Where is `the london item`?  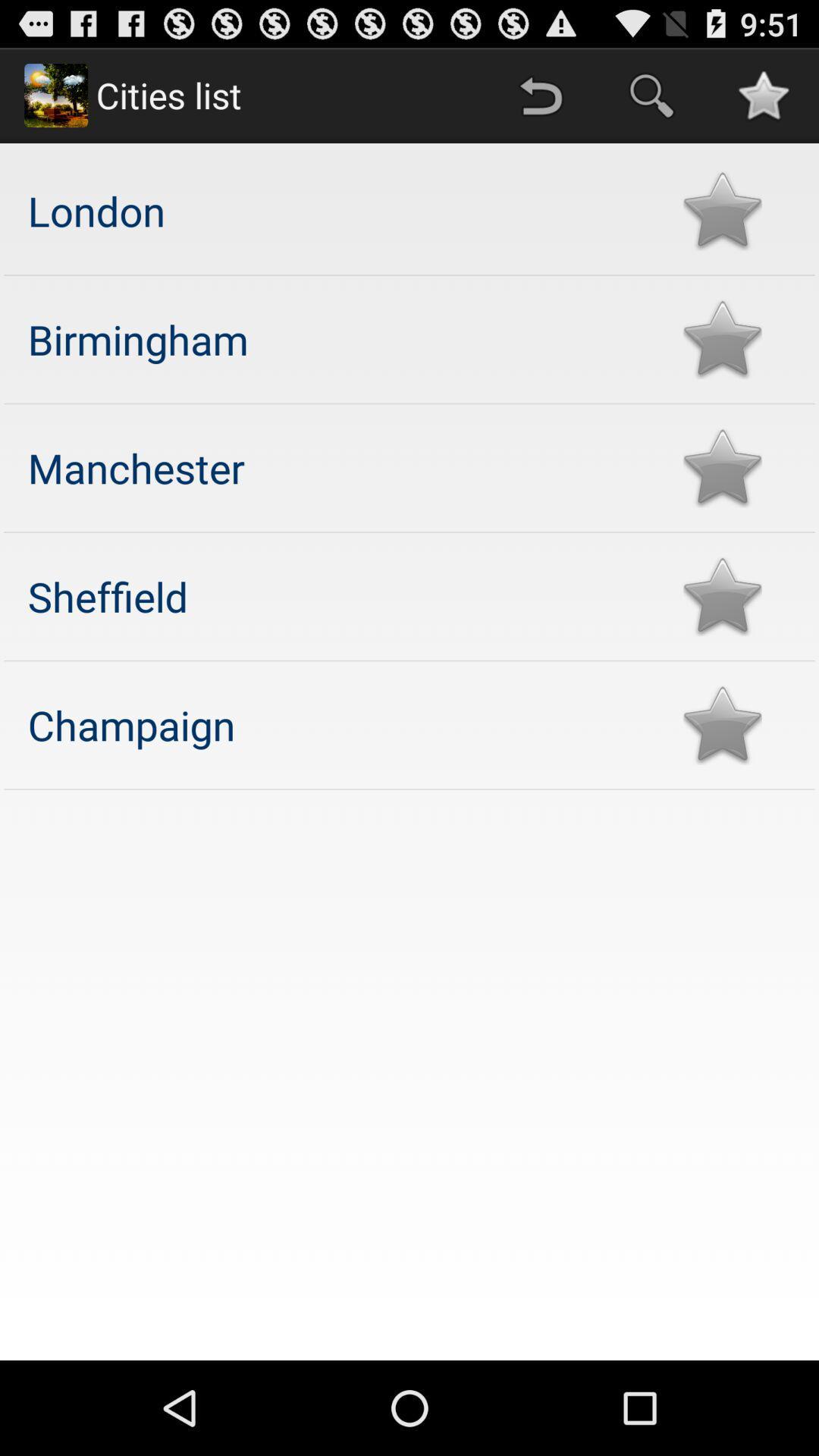 the london item is located at coordinates (340, 209).